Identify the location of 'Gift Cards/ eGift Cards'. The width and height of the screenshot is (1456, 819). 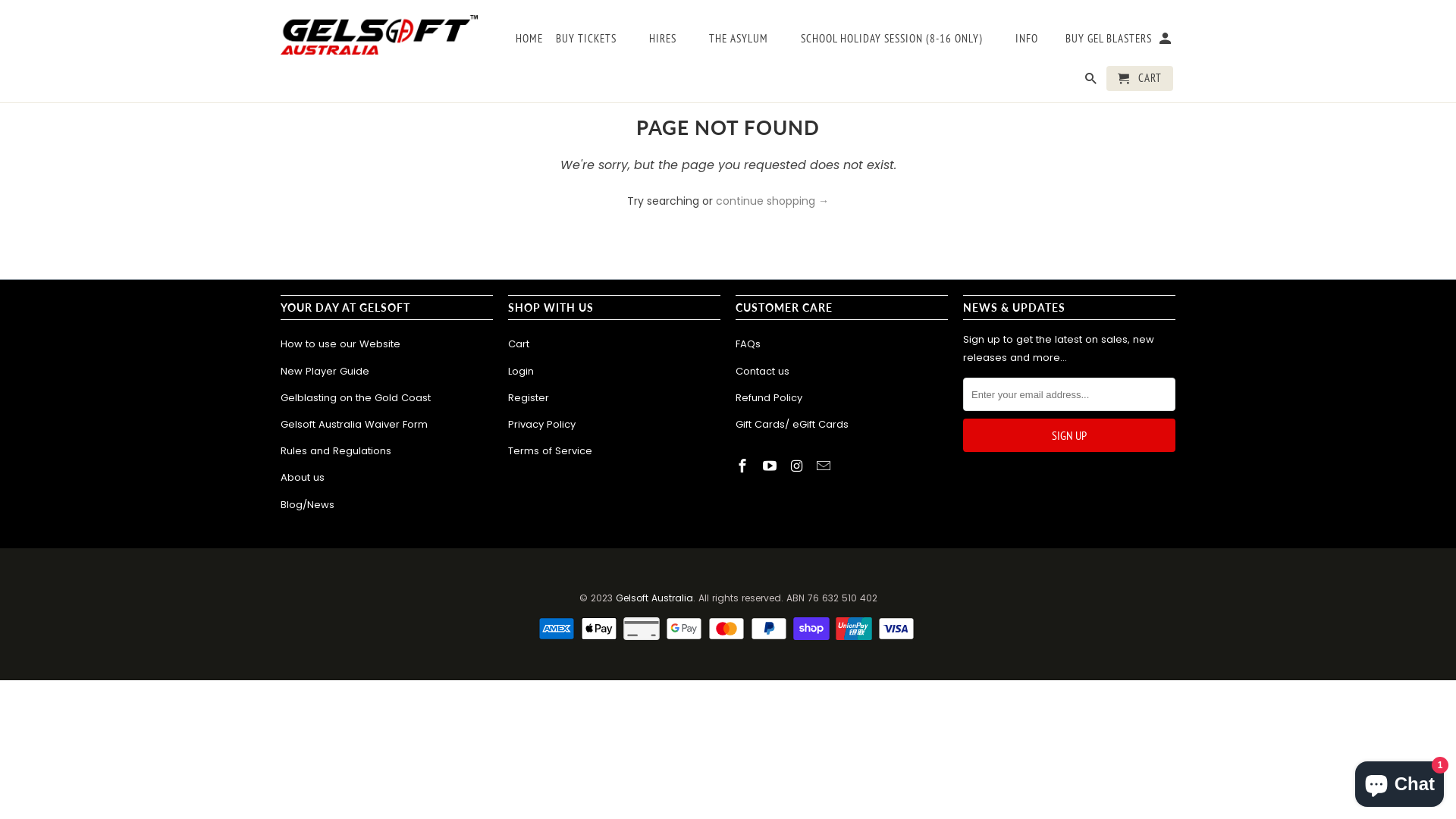
(735, 424).